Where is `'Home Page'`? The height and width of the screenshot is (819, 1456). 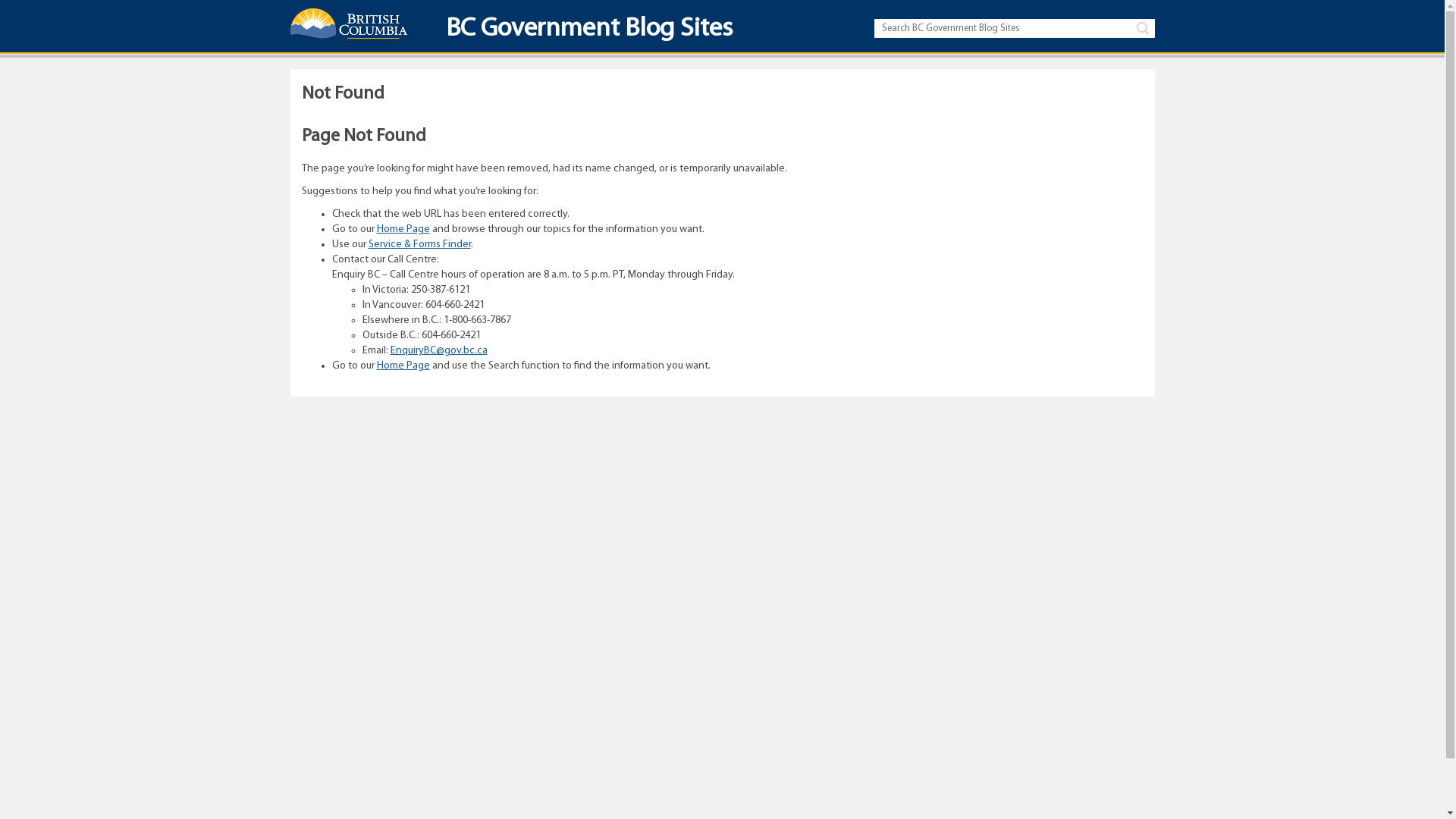 'Home Page' is located at coordinates (403, 366).